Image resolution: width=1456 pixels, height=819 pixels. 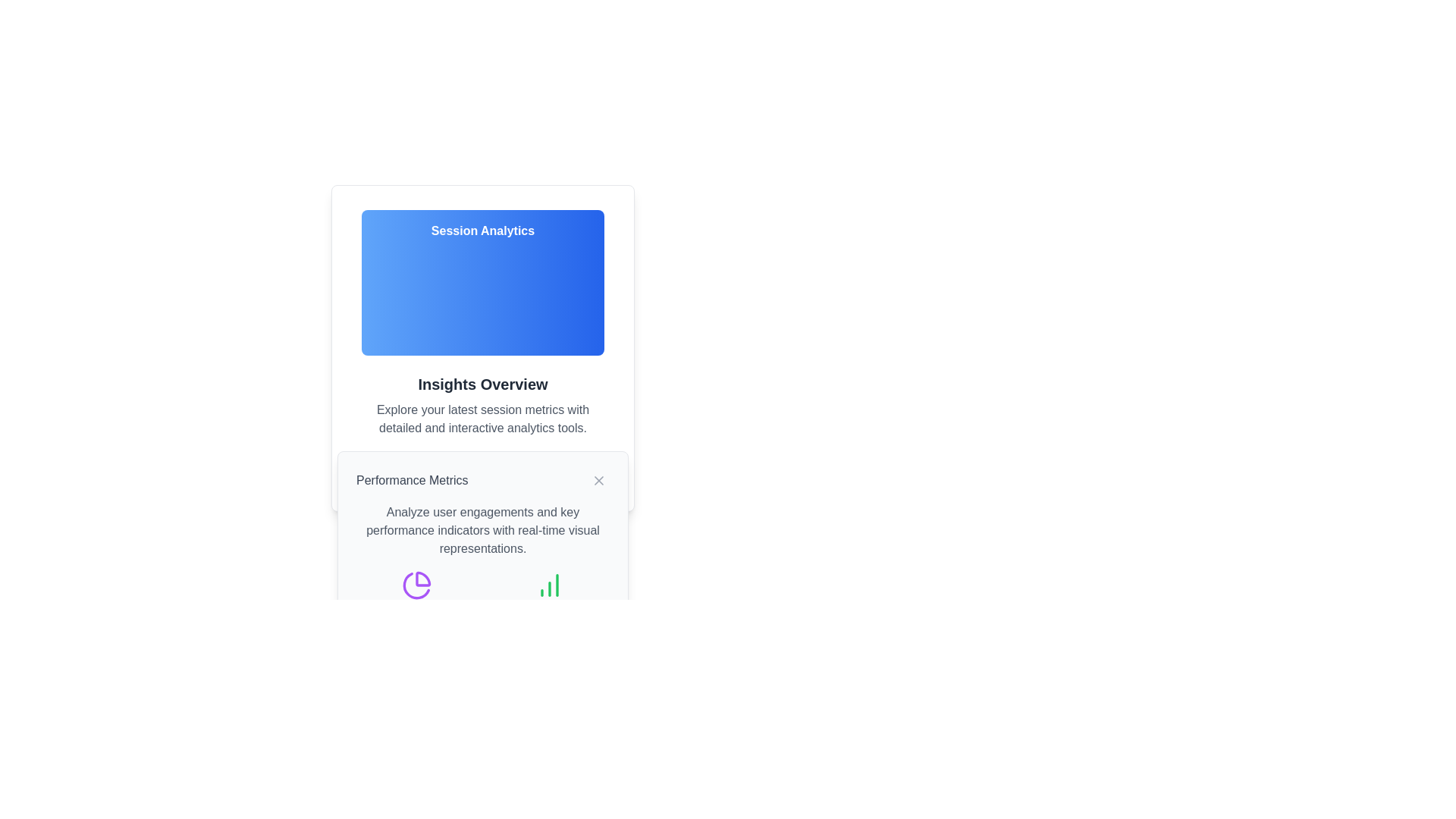 I want to click on displayed text of the bold, extra-large 'Insights Overview' label, which is centered below the 'Session Analytics' section, so click(x=482, y=383).